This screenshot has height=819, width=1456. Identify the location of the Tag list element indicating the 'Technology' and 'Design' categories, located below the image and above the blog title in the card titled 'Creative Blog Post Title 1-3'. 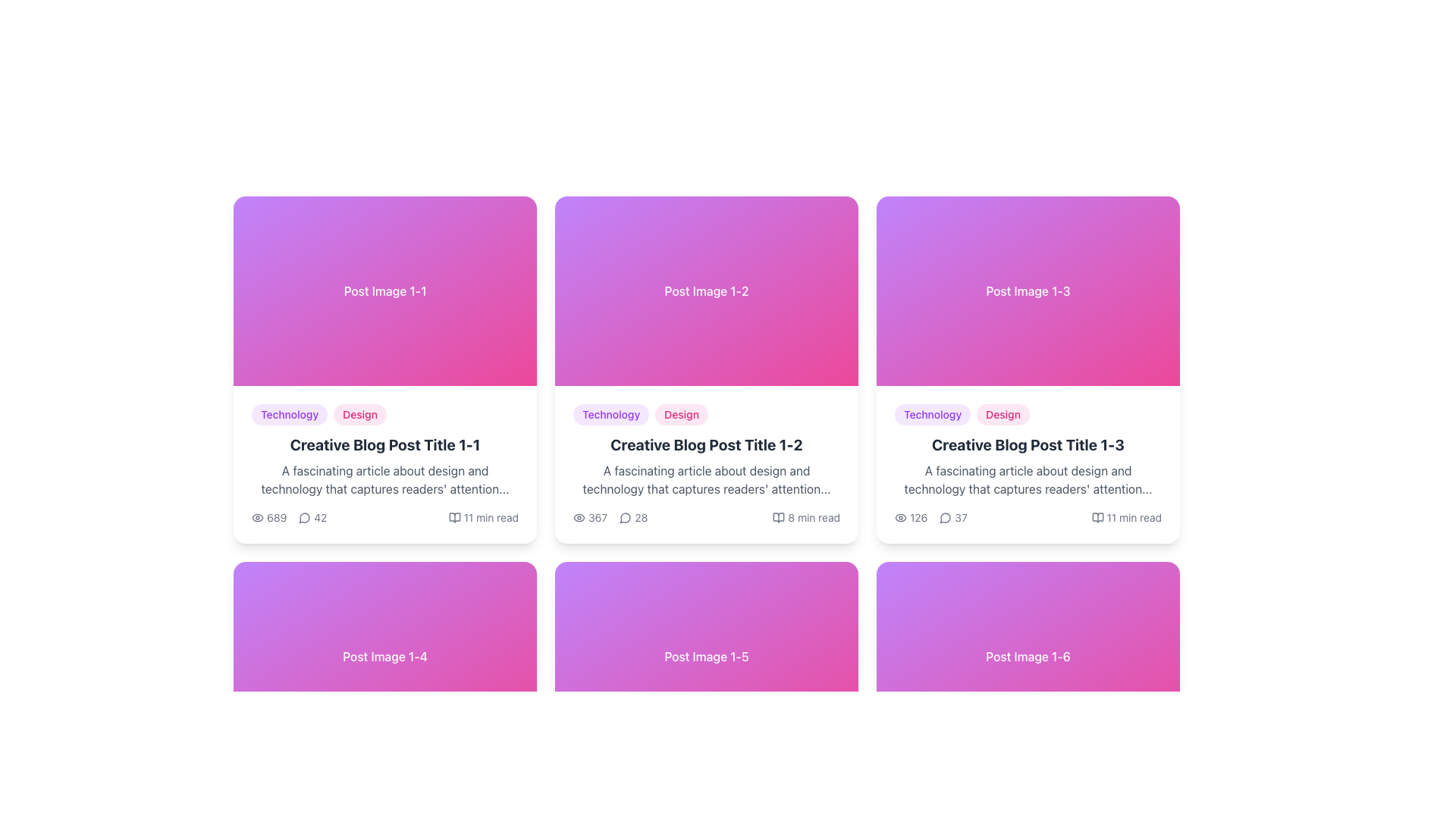
(1028, 415).